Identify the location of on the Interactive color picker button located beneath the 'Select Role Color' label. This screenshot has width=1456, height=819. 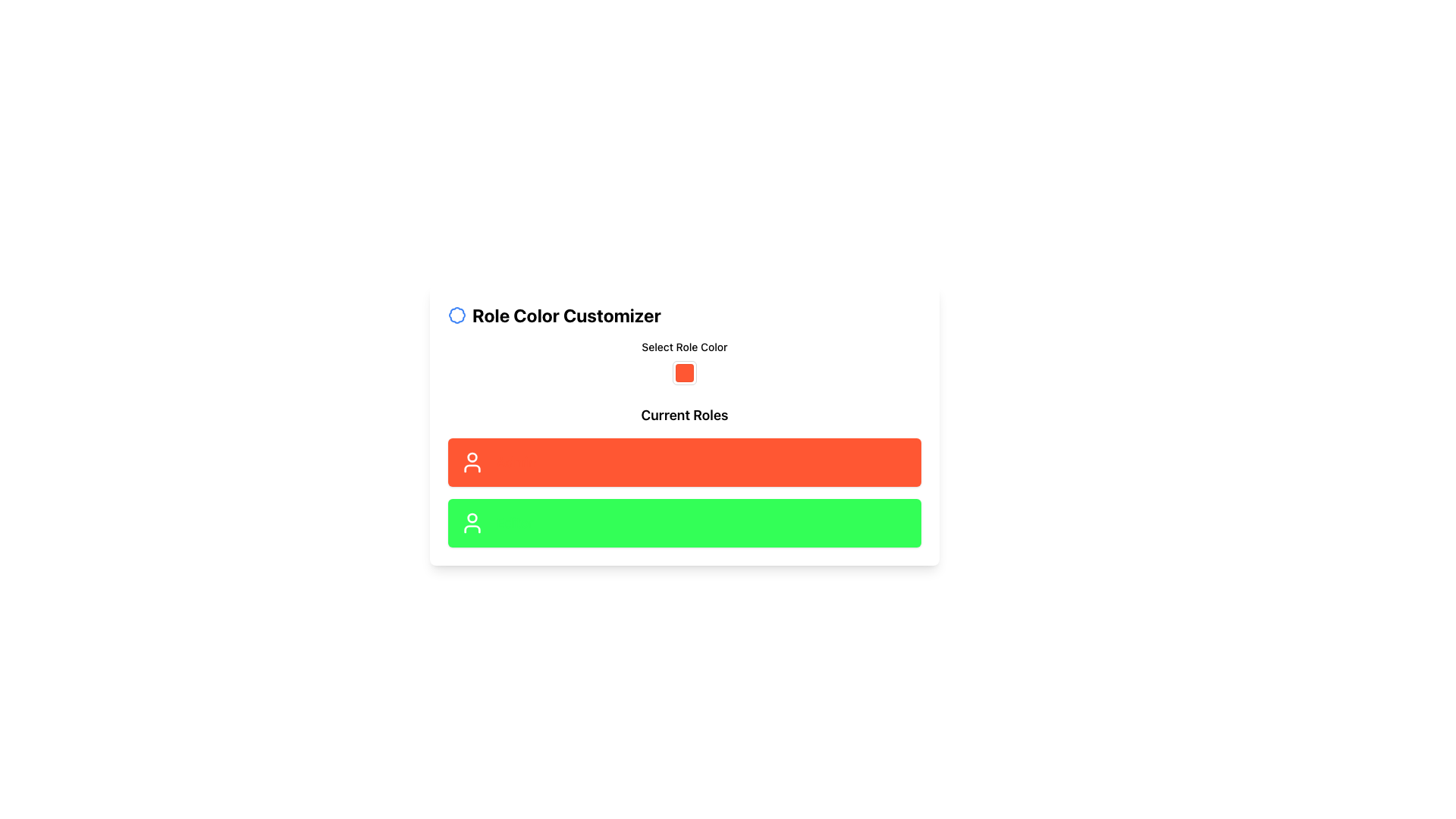
(683, 362).